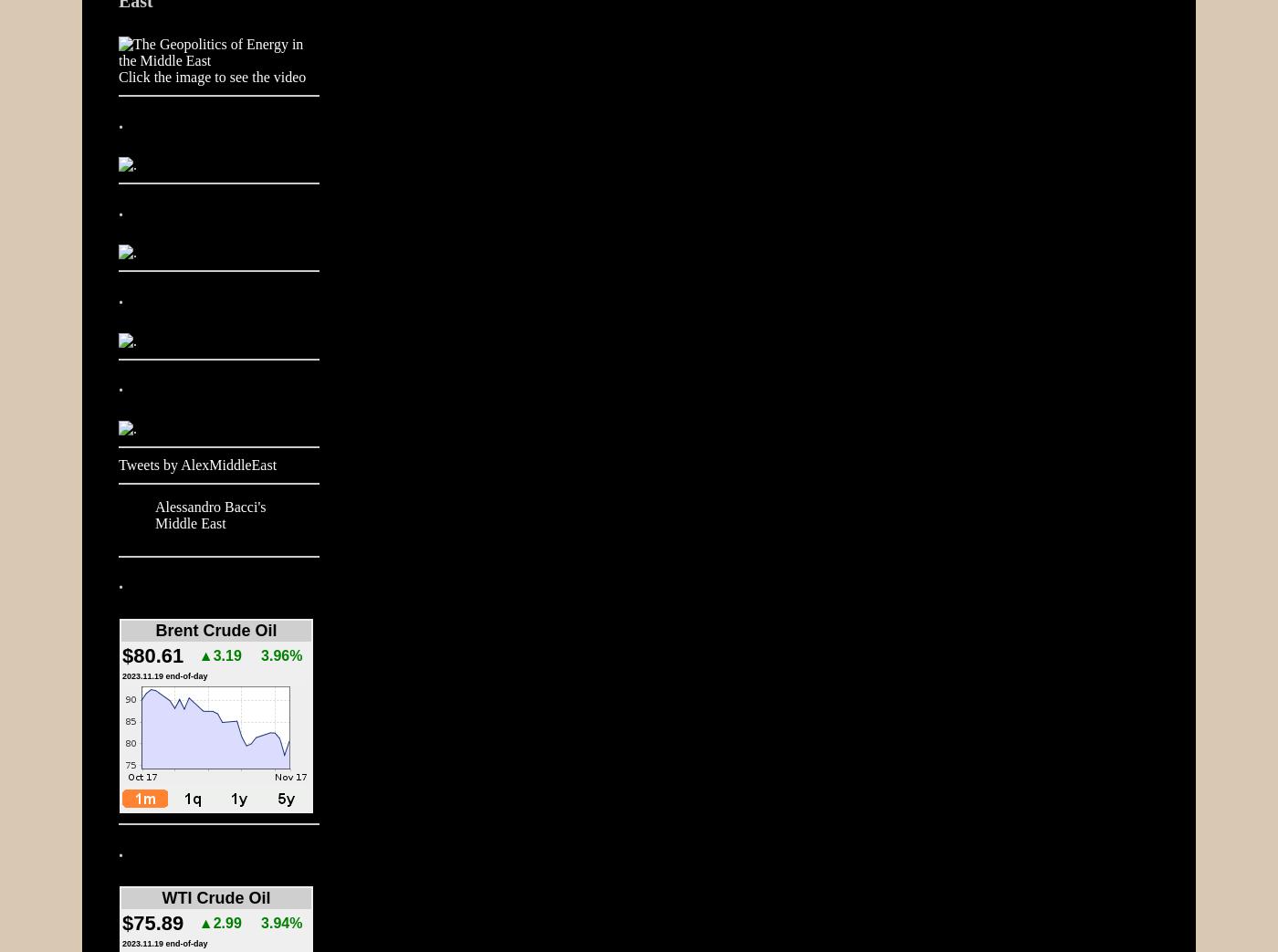 The height and width of the screenshot is (952, 1278). I want to click on 'Click the image to see the video', so click(211, 77).